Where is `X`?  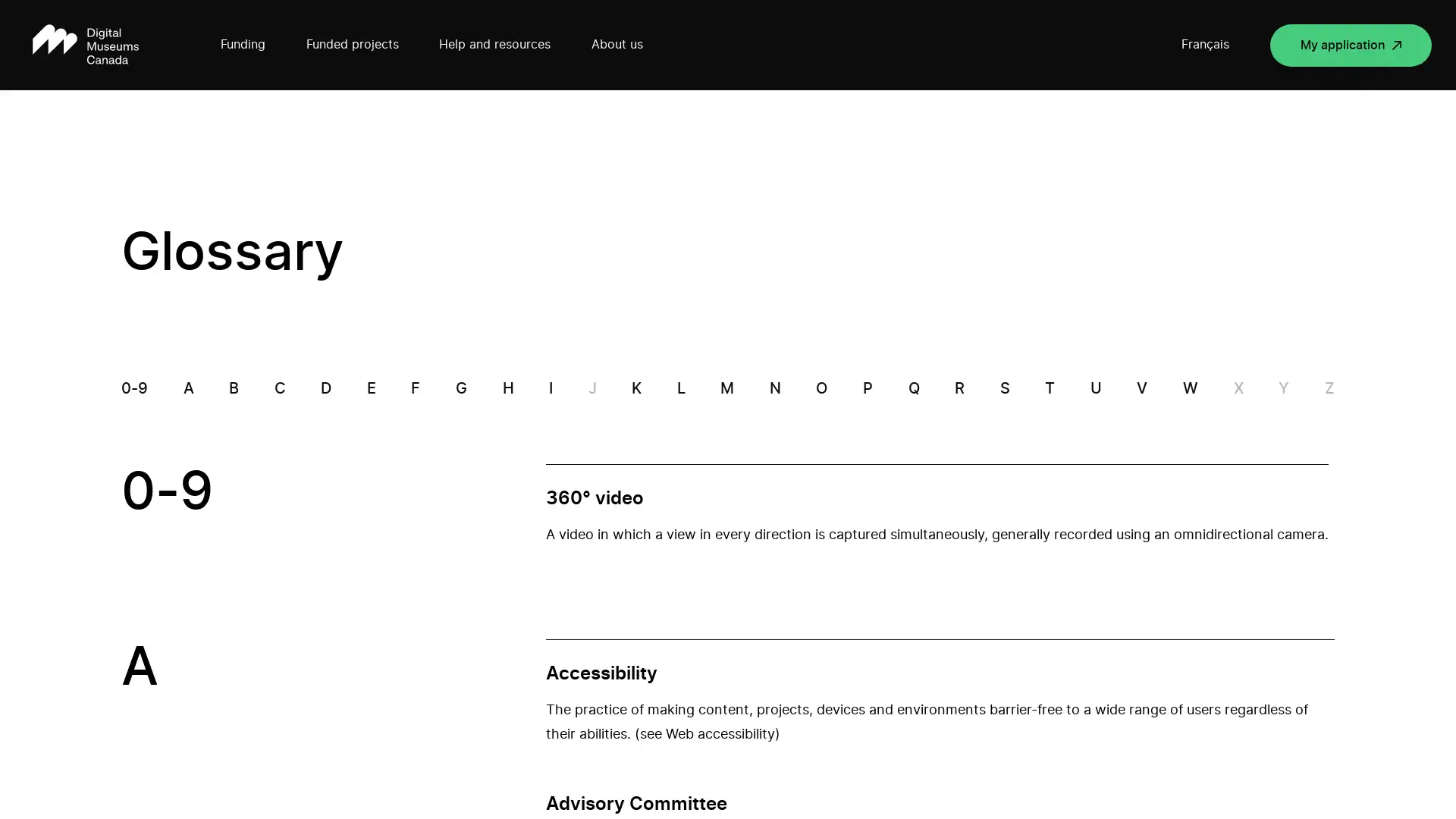
X is located at coordinates (1238, 388).